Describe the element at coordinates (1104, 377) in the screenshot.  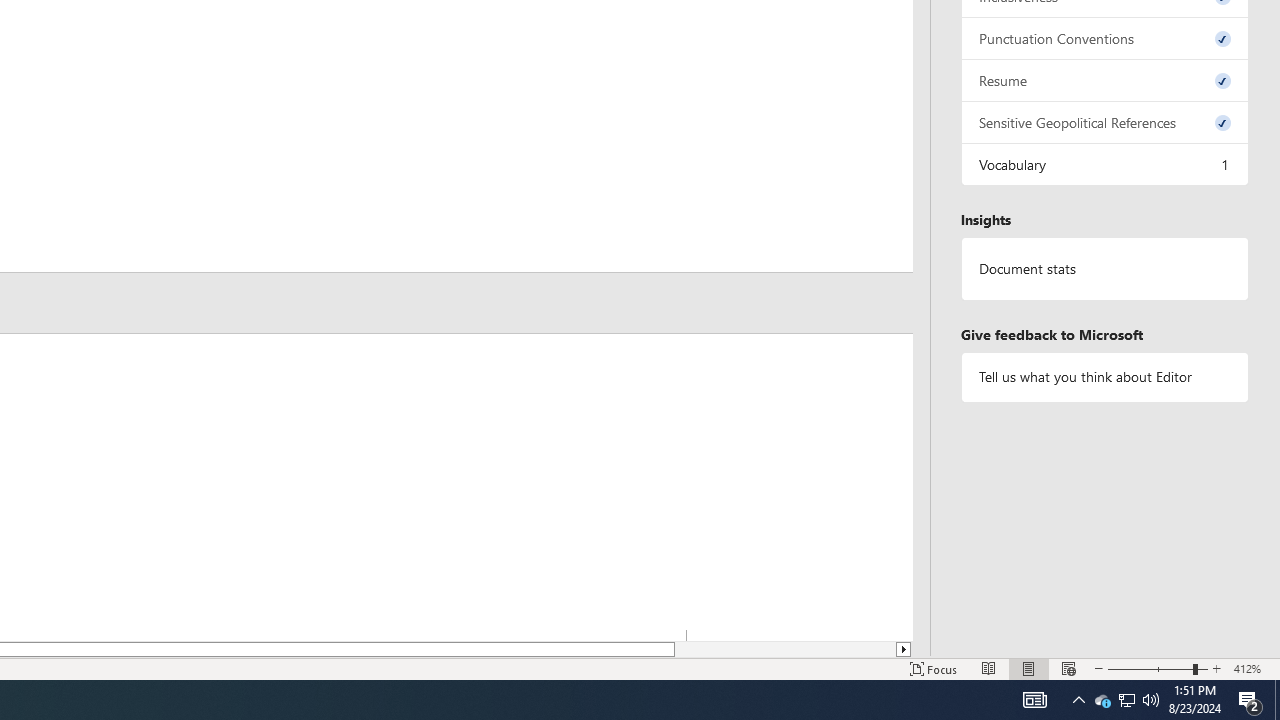
I see `'Tell us what you think about Editor'` at that location.